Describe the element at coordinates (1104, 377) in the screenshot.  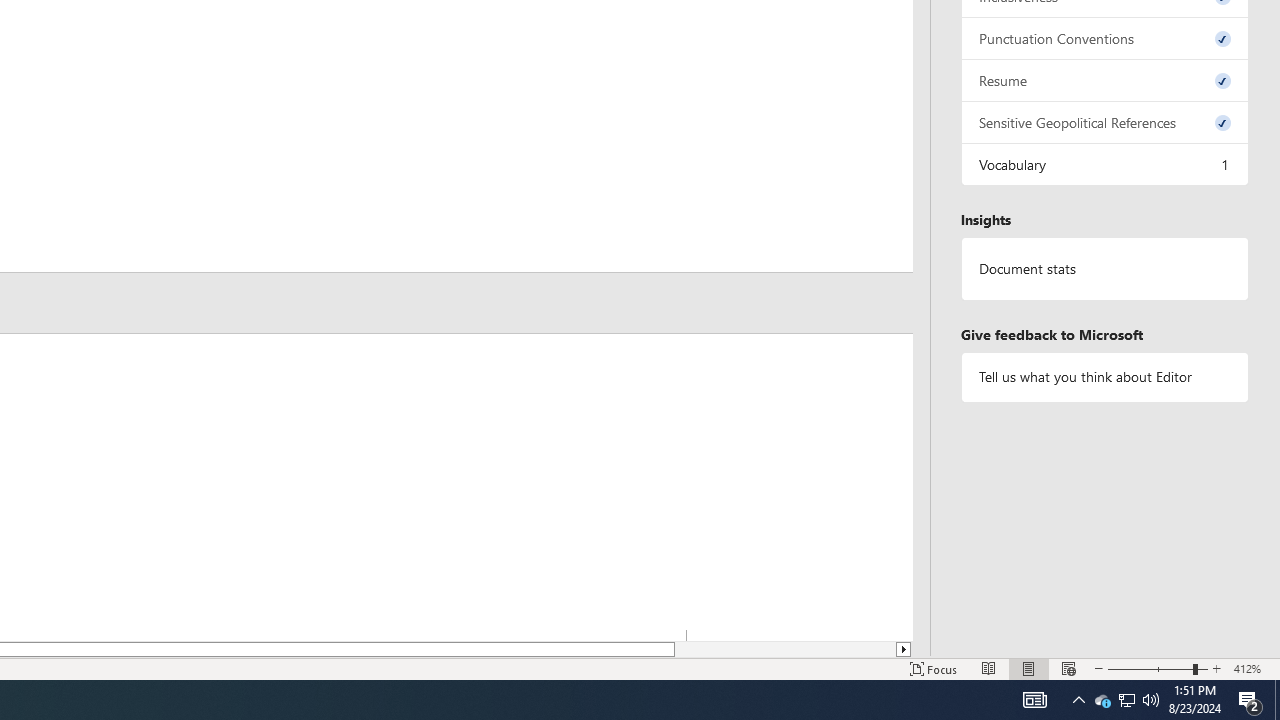
I see `'Tell us what you think about Editor'` at that location.